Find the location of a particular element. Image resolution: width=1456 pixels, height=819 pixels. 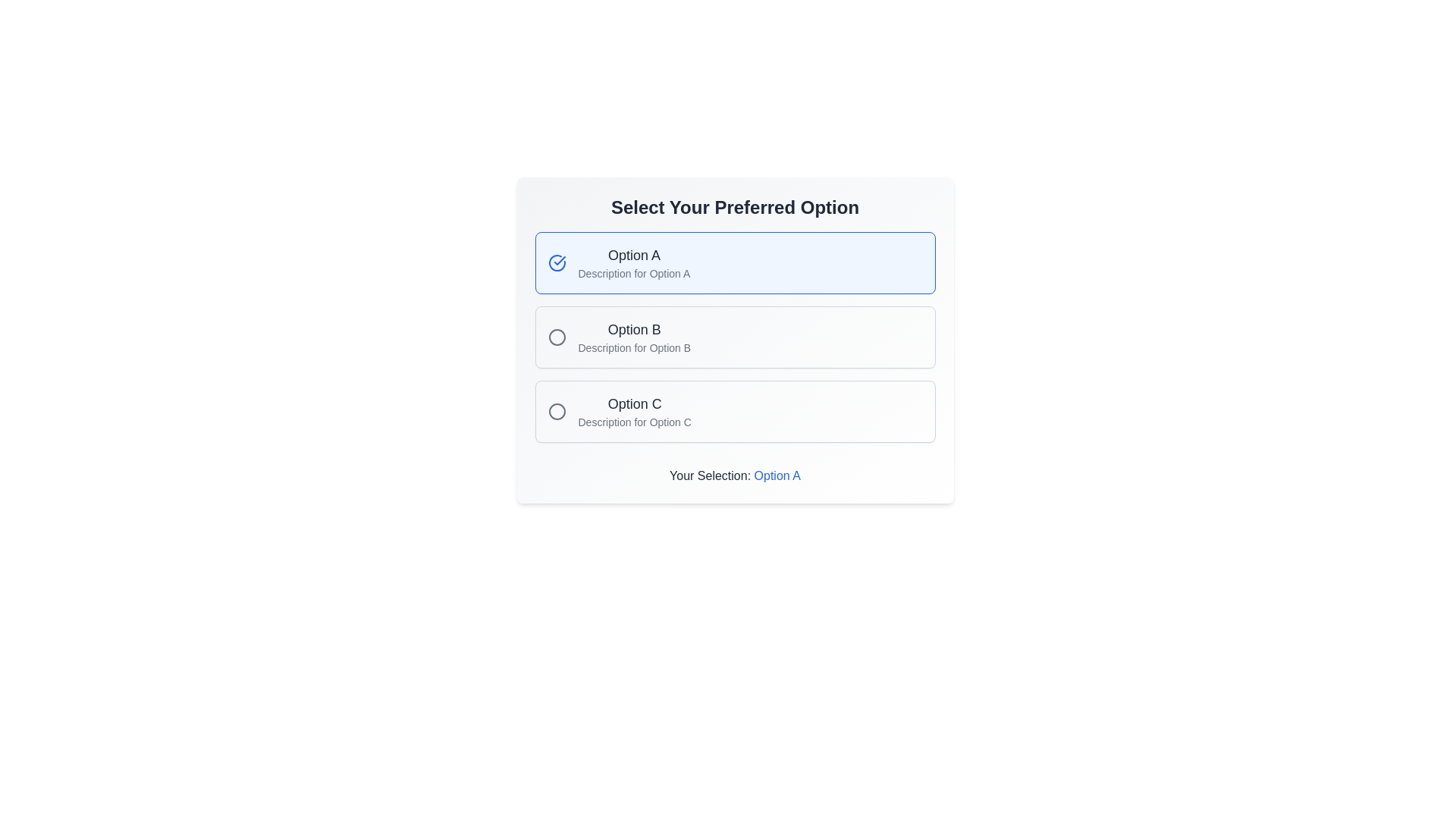

the circular selection indicator representing 'Option B' in the vertically arranged list of options is located at coordinates (556, 336).